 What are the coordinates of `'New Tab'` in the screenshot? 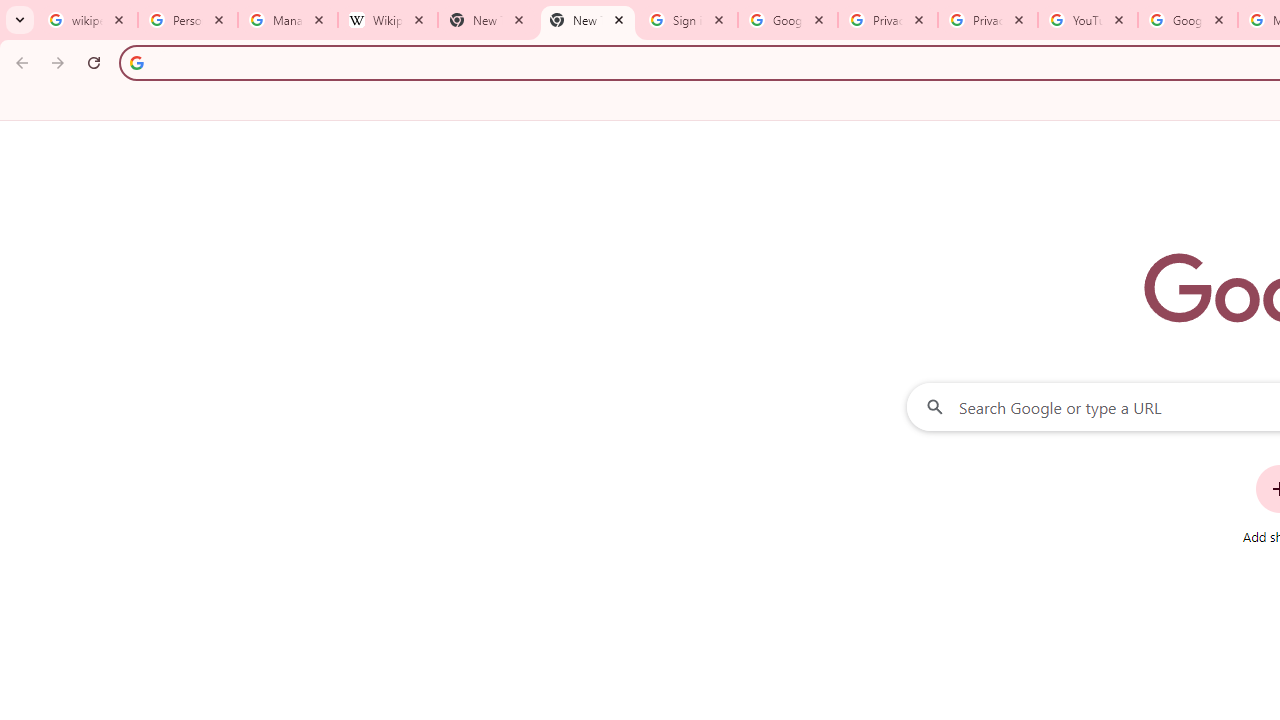 It's located at (586, 20).